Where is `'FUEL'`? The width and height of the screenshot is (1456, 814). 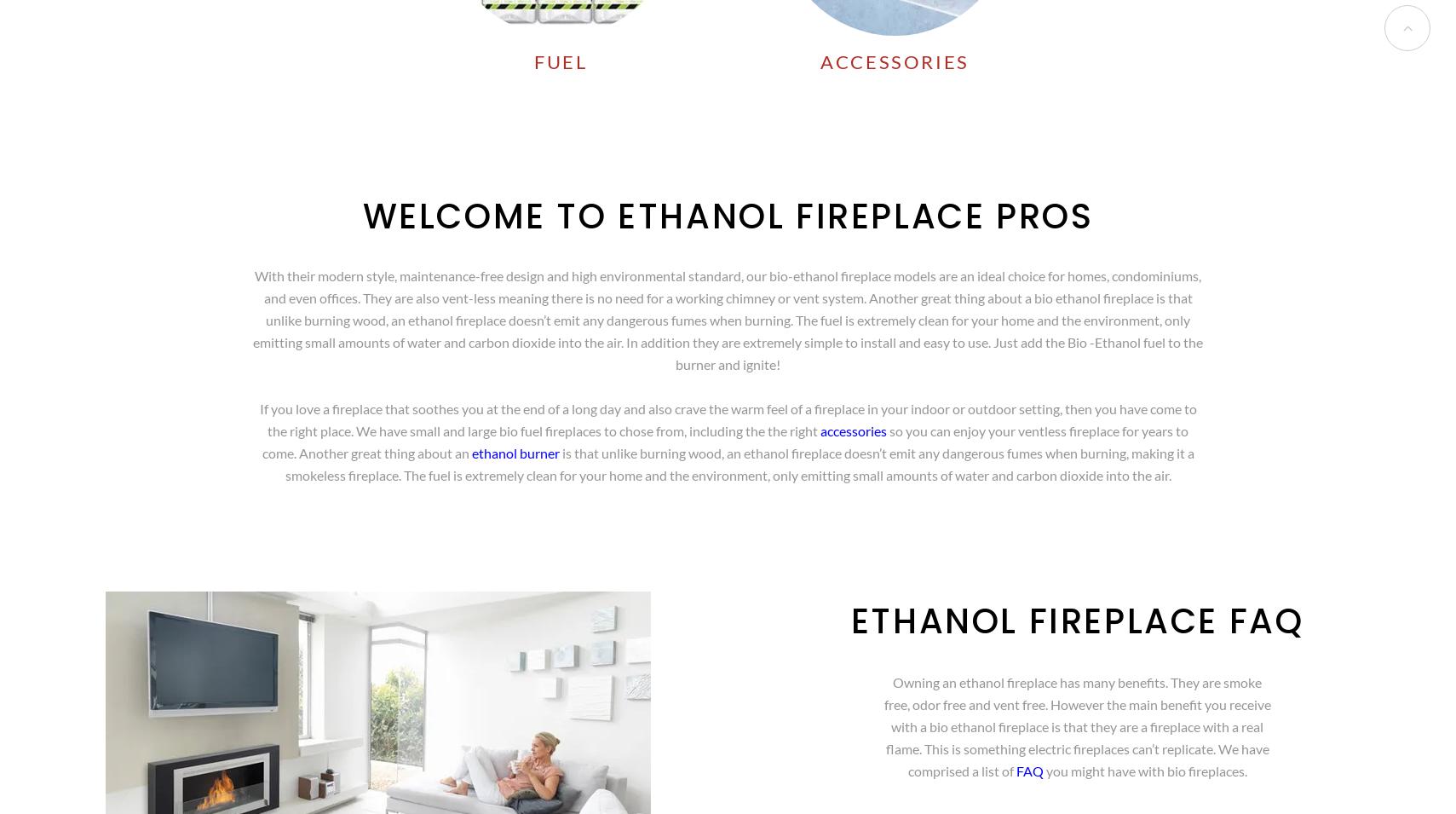
'FUEL' is located at coordinates (559, 61).